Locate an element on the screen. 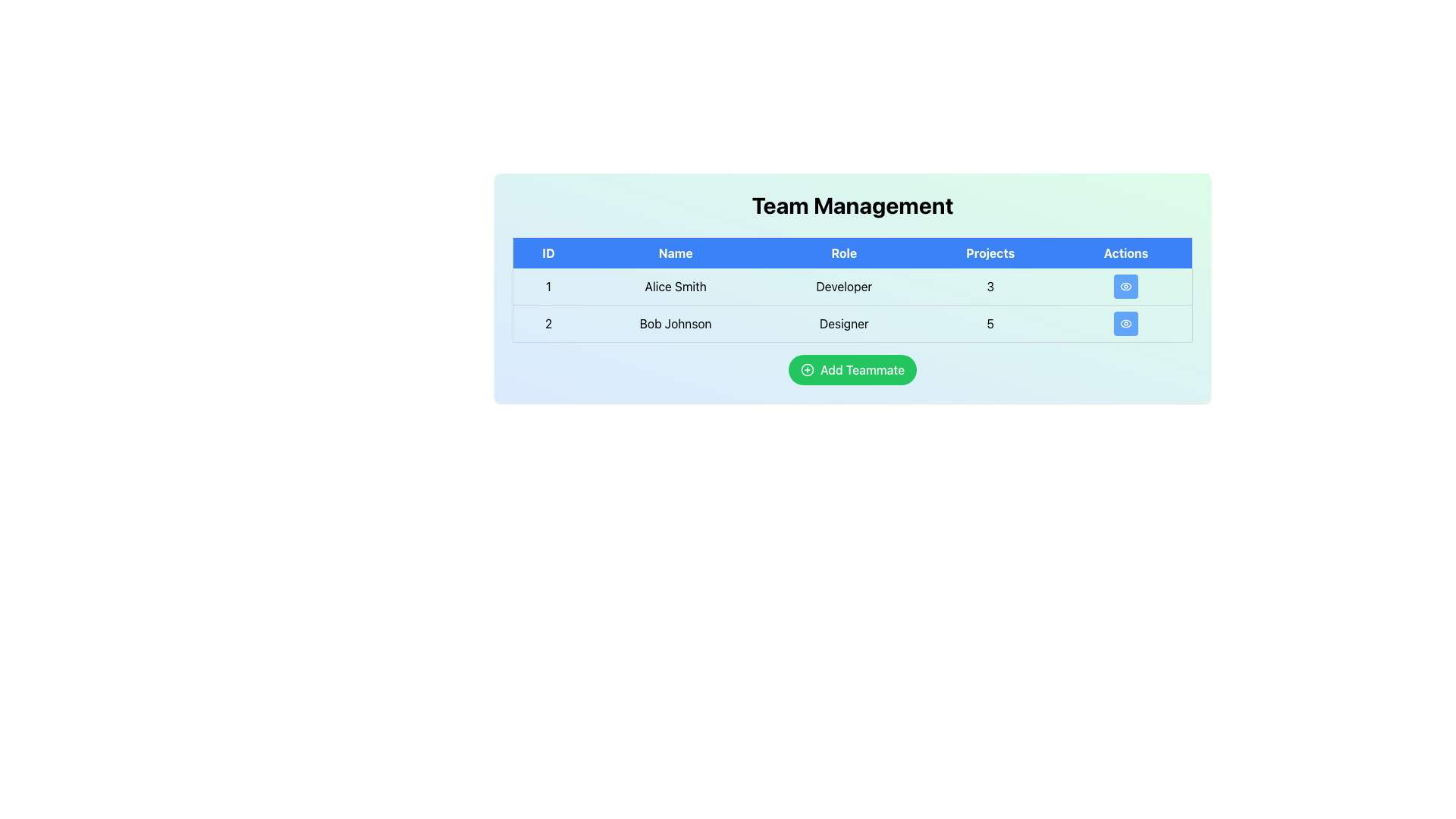 The height and width of the screenshot is (819, 1456). the static text label indicating 'Developer' in the third column of the first row of the table, adjacent to 'Alice Smith' is located at coordinates (843, 287).